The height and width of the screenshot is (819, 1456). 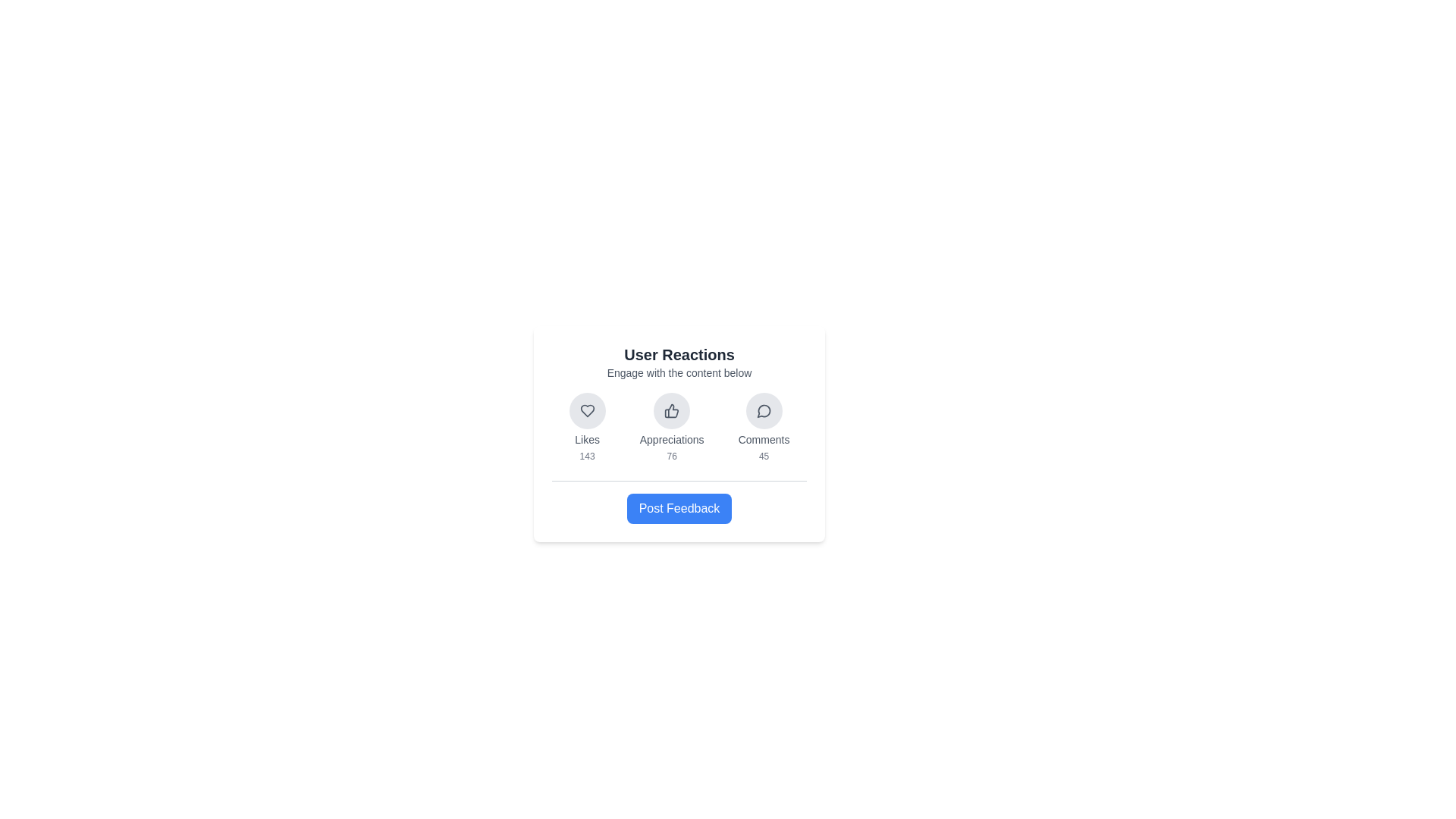 I want to click on the heart-shaped button labeled 'Likes' with the counter '143', so click(x=586, y=427).